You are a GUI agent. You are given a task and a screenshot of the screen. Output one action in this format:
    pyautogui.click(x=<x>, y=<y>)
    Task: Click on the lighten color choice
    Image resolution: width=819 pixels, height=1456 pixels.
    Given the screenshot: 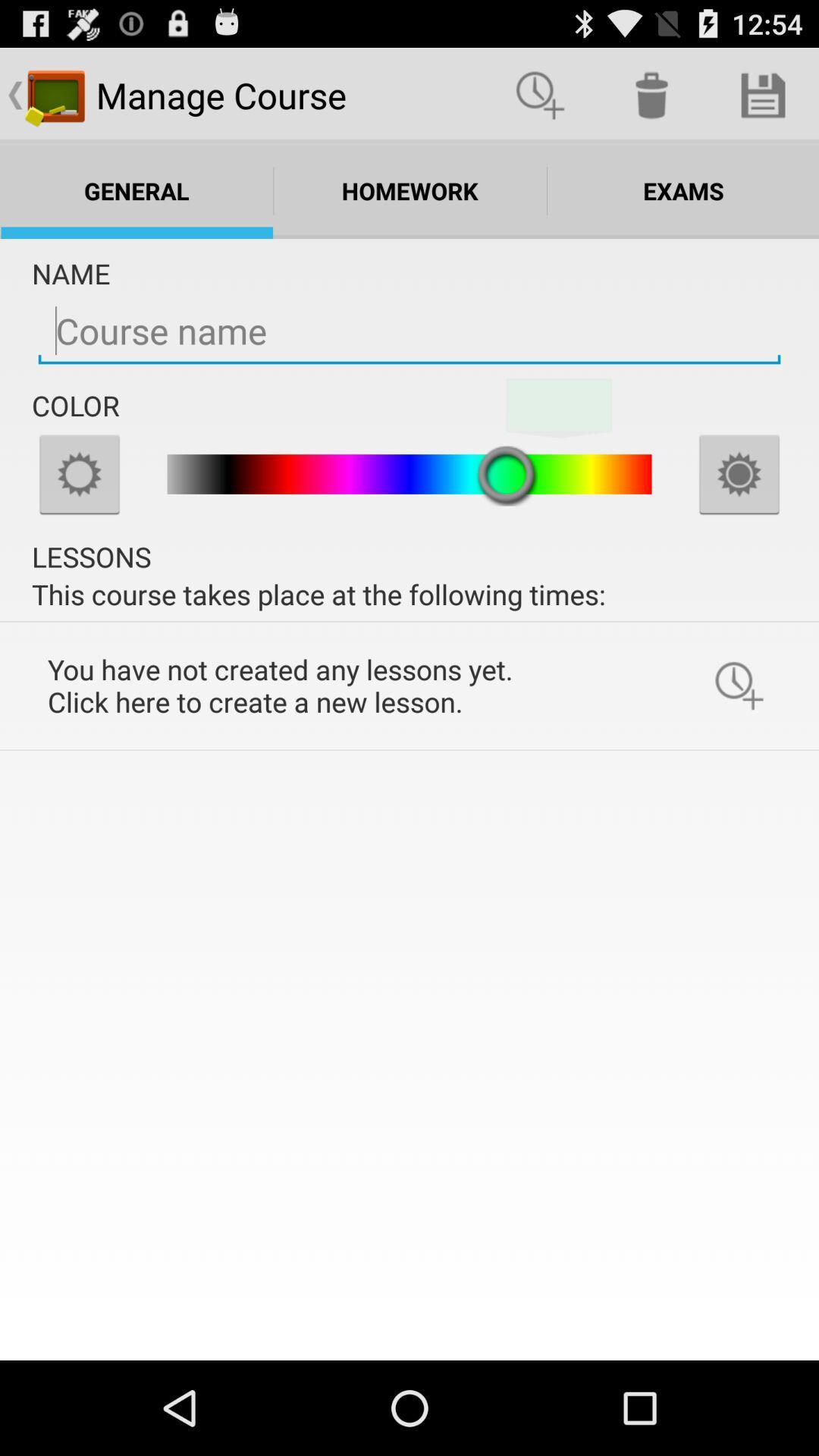 What is the action you would take?
    pyautogui.click(x=79, y=473)
    